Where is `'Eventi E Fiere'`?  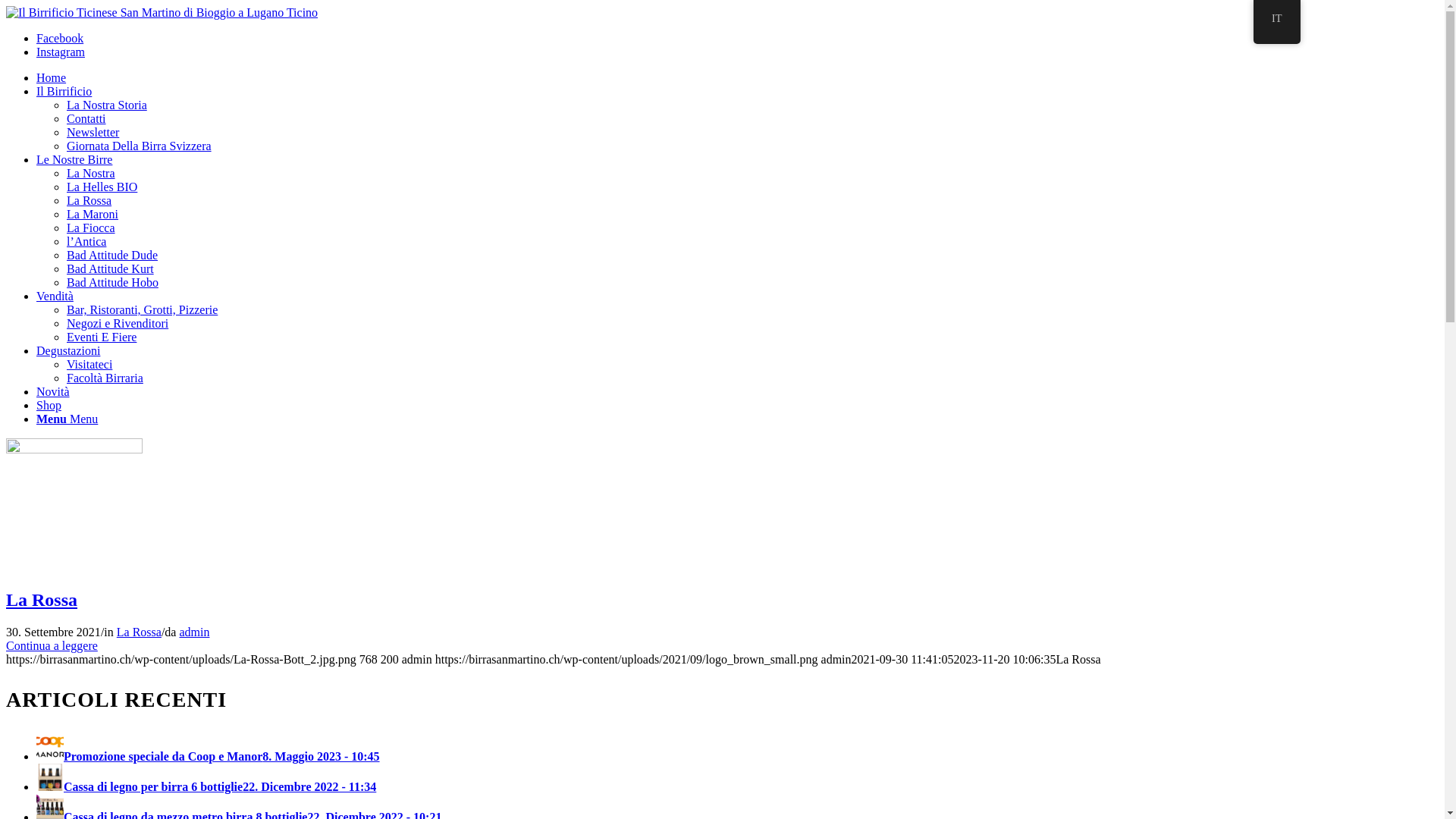
'Eventi E Fiere' is located at coordinates (101, 336).